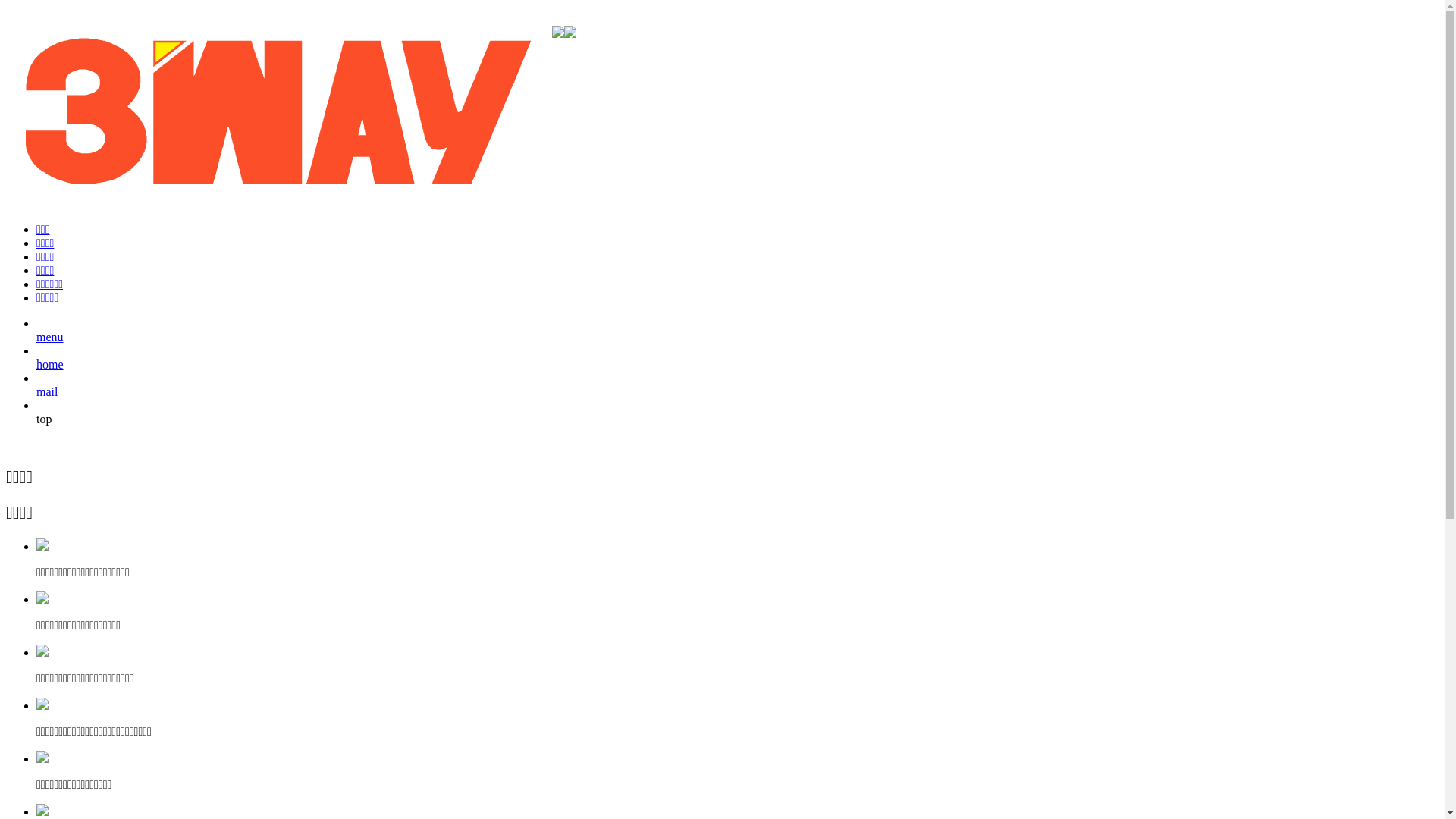  Describe the element at coordinates (36, 344) in the screenshot. I see `'menu'` at that location.